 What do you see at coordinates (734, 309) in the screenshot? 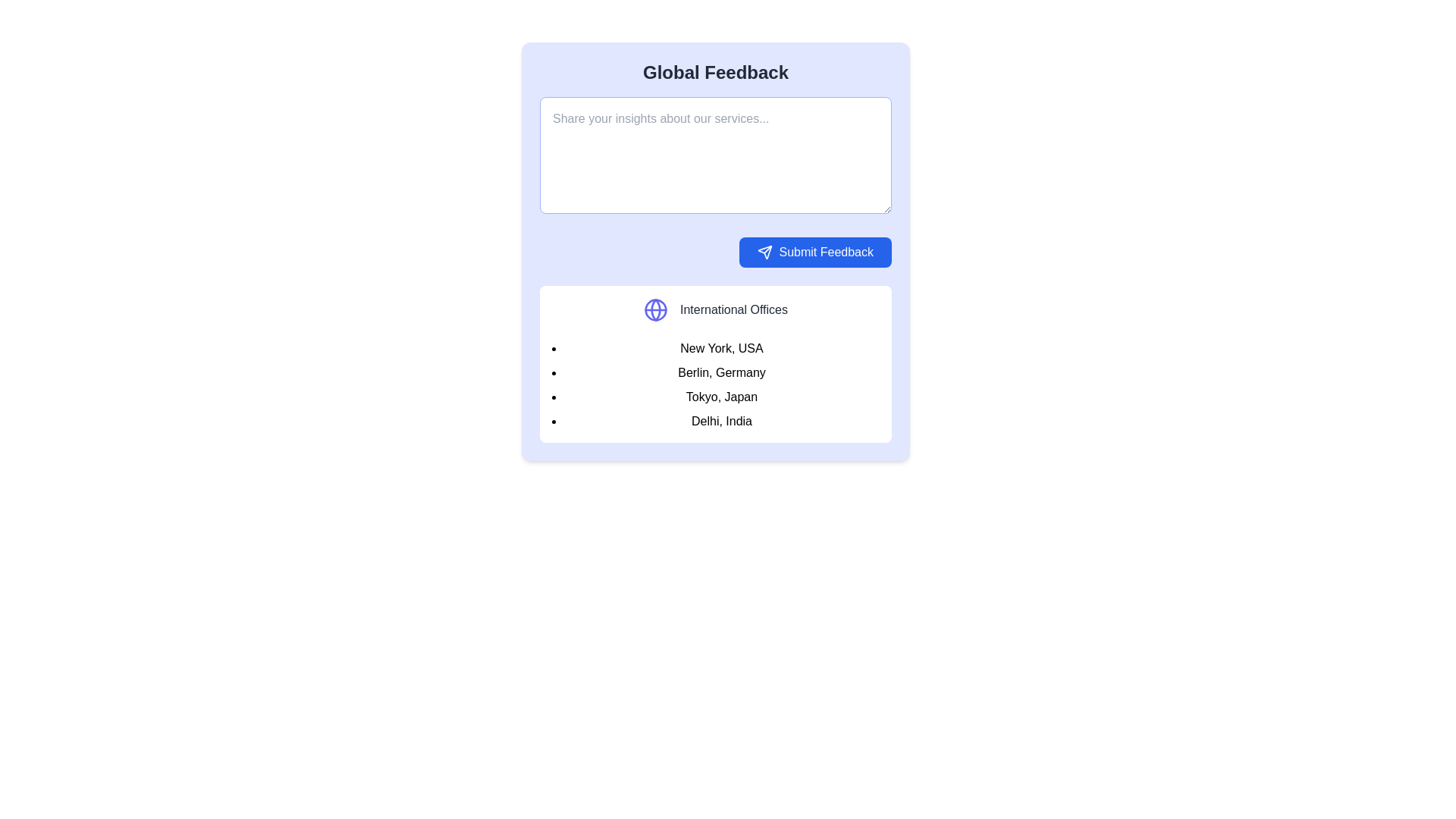
I see `the text label indicating the start of a section detailing international office locations, which is located at the bottom part of the blue feedback card, above a list of international city names and to the right of a globe icon` at bounding box center [734, 309].